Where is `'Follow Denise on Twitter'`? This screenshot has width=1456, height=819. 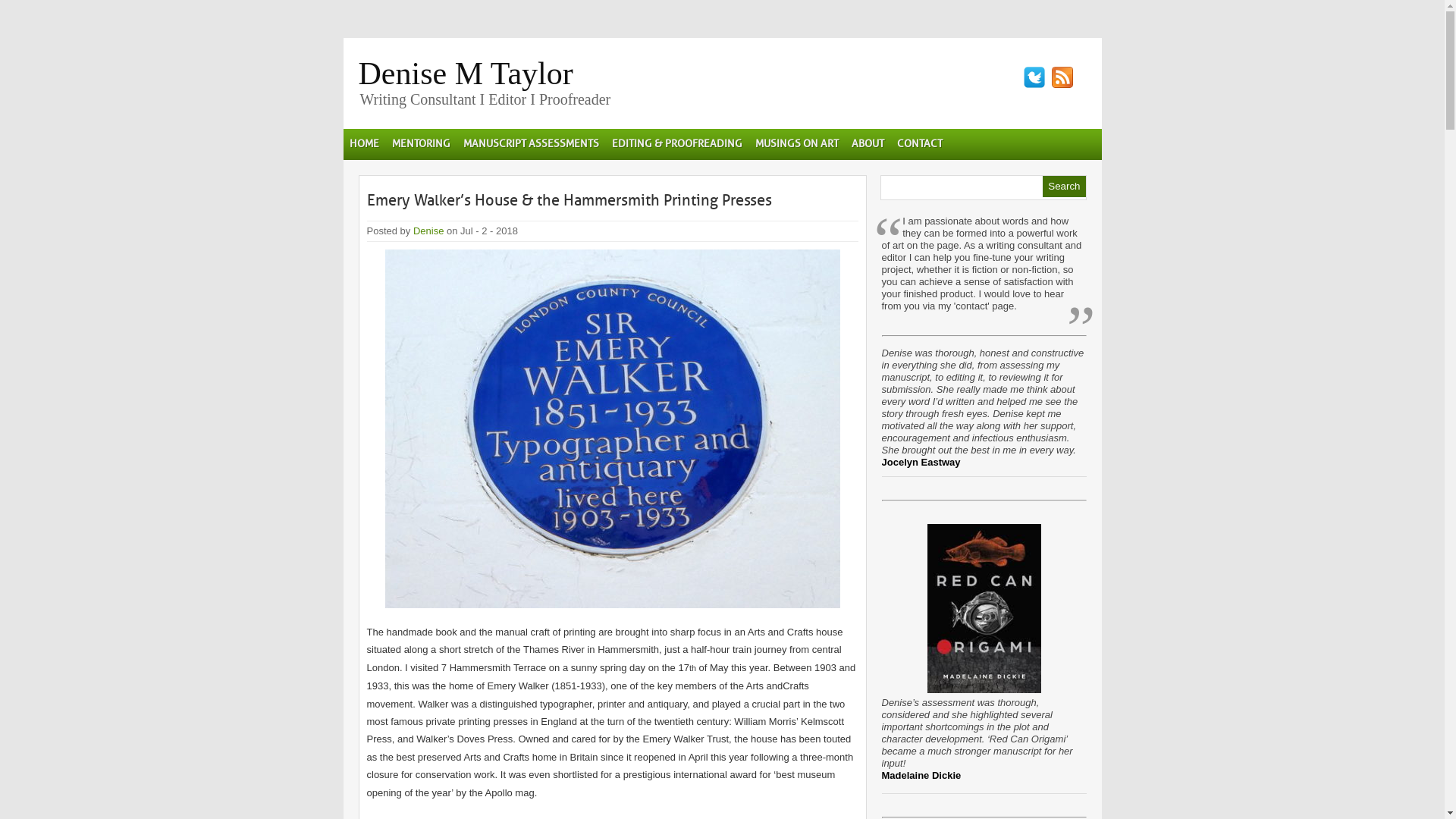 'Follow Denise on Twitter' is located at coordinates (1033, 77).